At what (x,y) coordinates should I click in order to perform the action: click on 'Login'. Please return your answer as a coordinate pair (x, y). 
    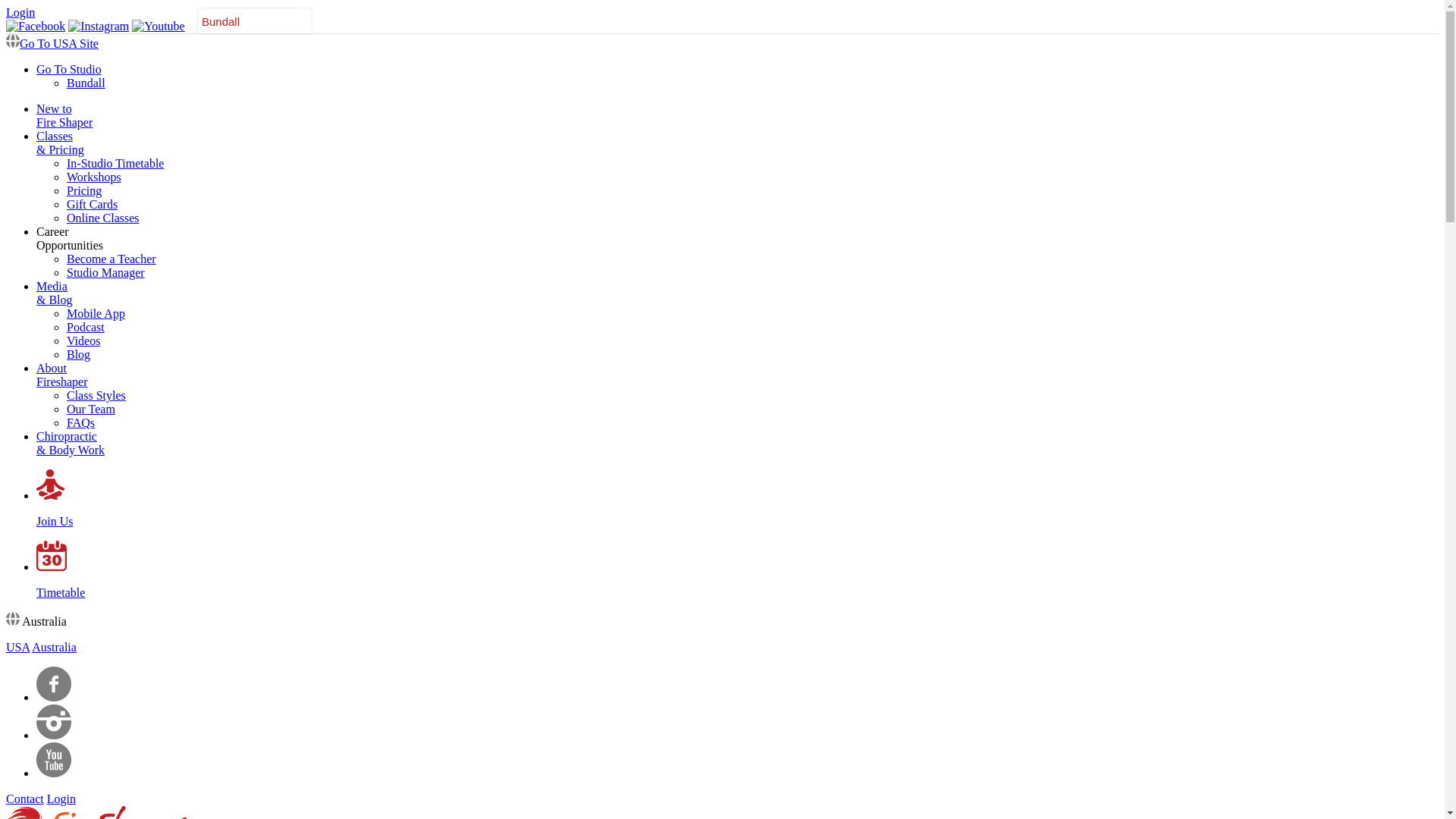
    Looking at the image, I should click on (20, 12).